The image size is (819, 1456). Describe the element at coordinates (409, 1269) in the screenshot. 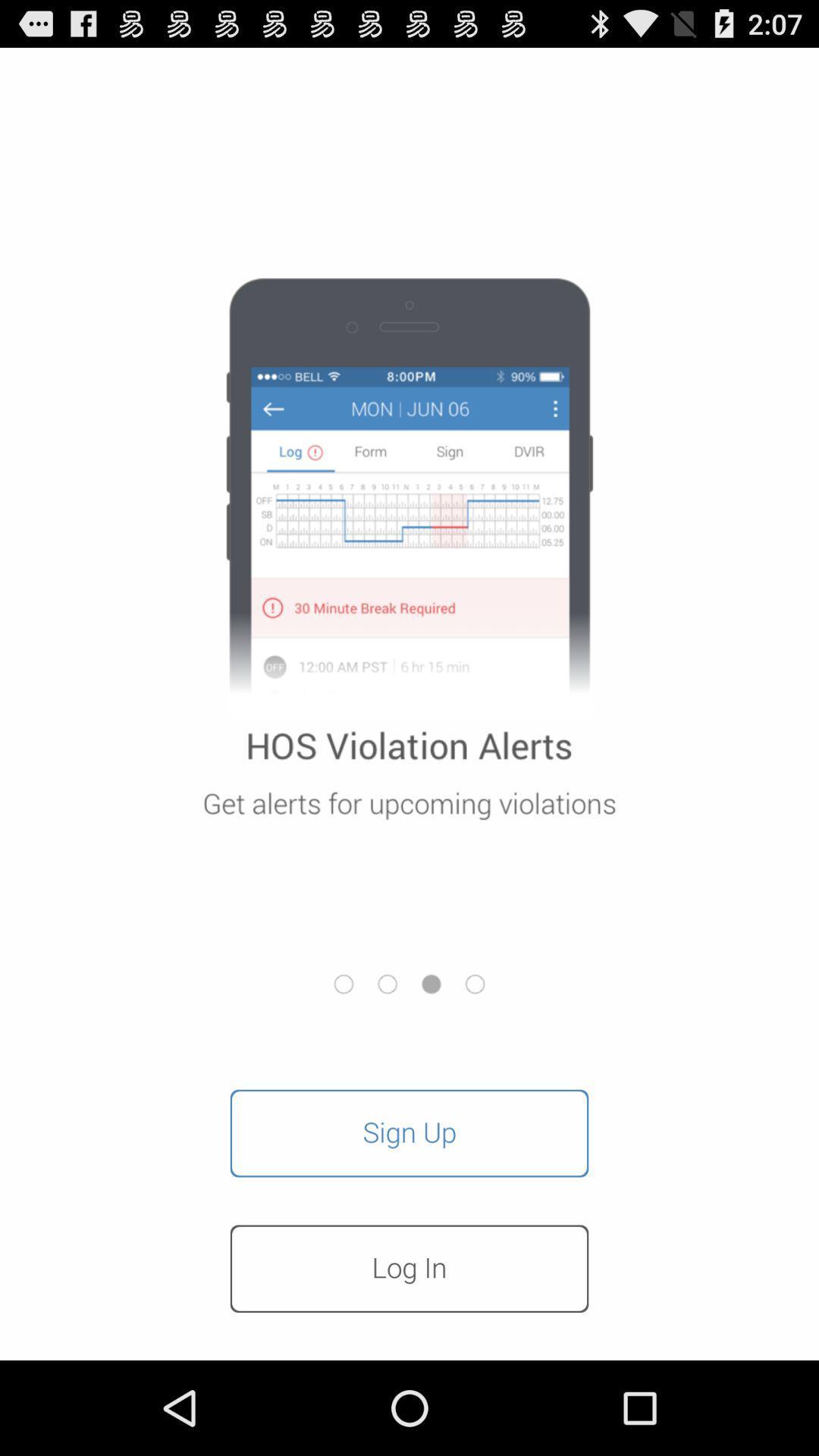

I see `item below sign up item` at that location.